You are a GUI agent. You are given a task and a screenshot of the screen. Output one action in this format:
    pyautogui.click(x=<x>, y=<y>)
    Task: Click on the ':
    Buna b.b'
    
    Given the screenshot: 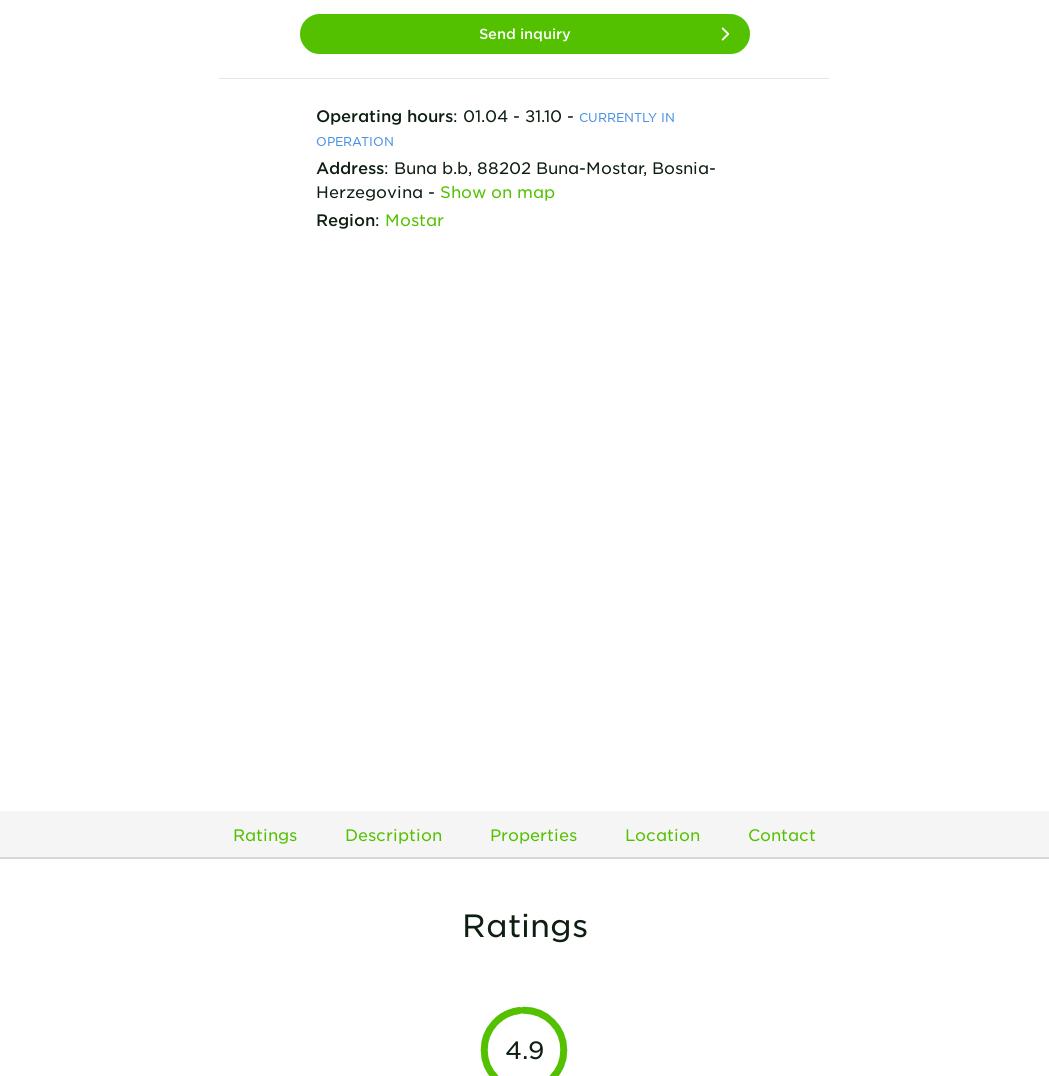 What is the action you would take?
    pyautogui.click(x=423, y=166)
    